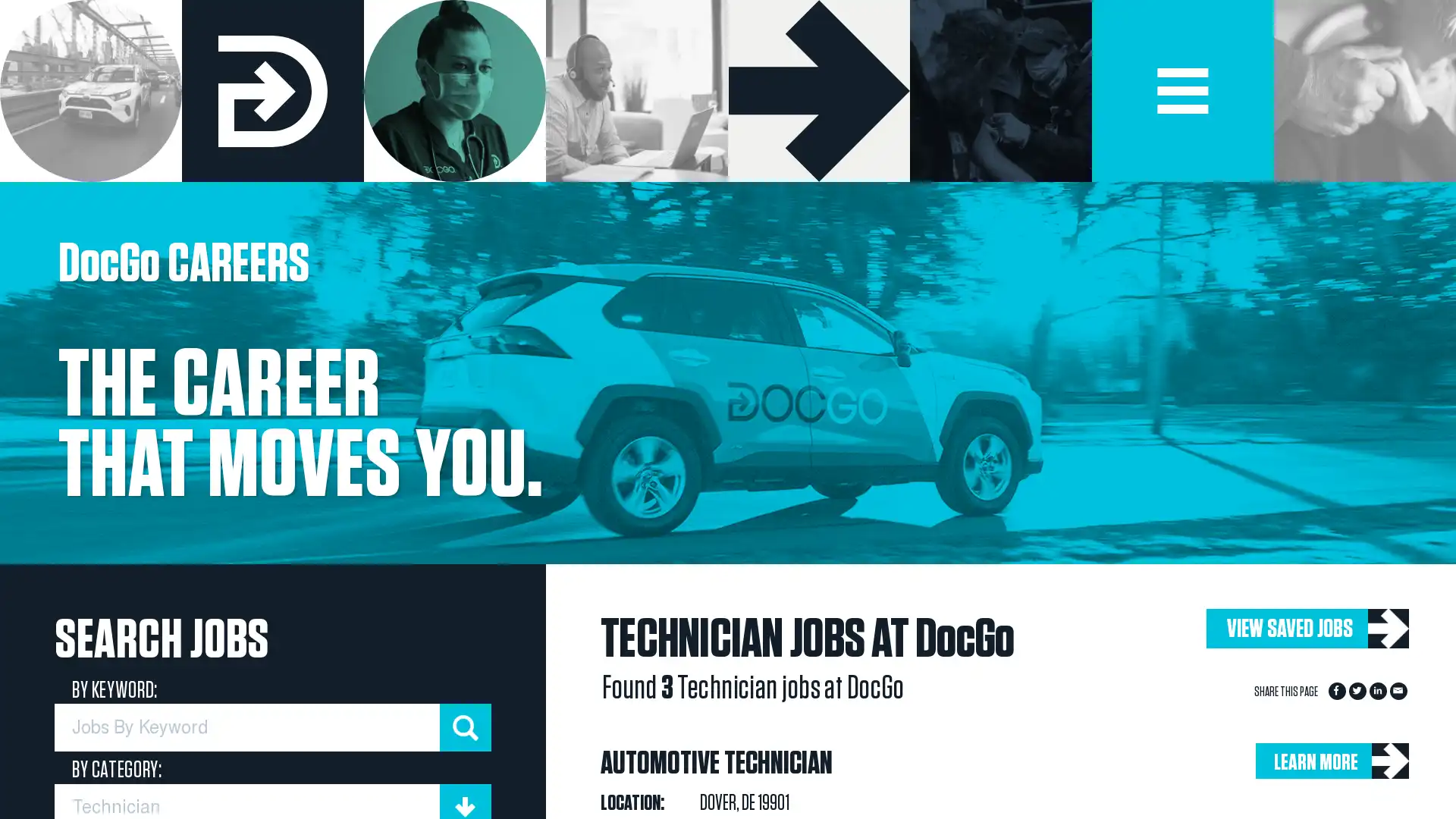  Describe the element at coordinates (1336, 690) in the screenshot. I see `Share to Facebook` at that location.